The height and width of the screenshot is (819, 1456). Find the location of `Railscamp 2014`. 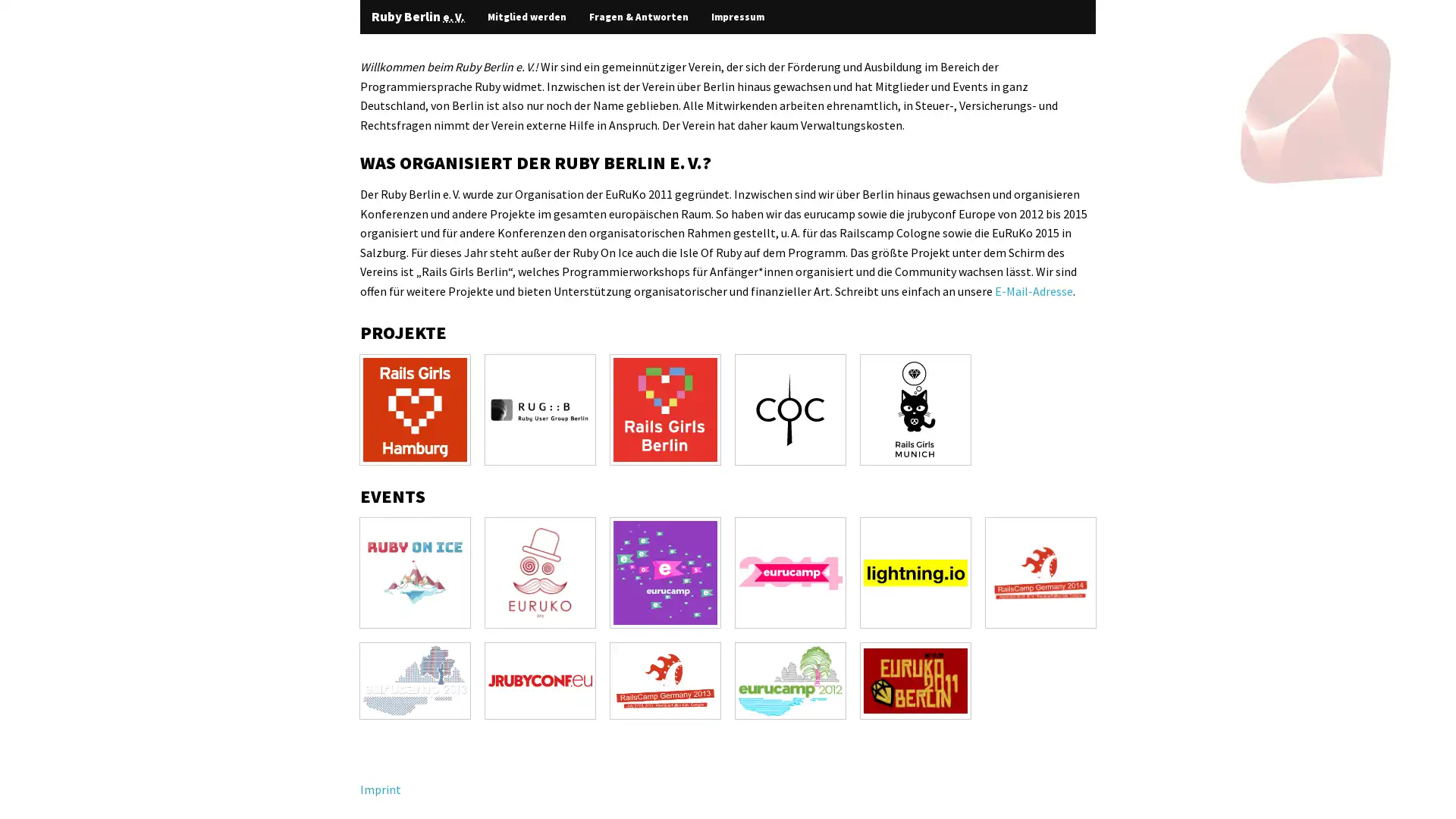

Railscamp 2014 is located at coordinates (1040, 573).